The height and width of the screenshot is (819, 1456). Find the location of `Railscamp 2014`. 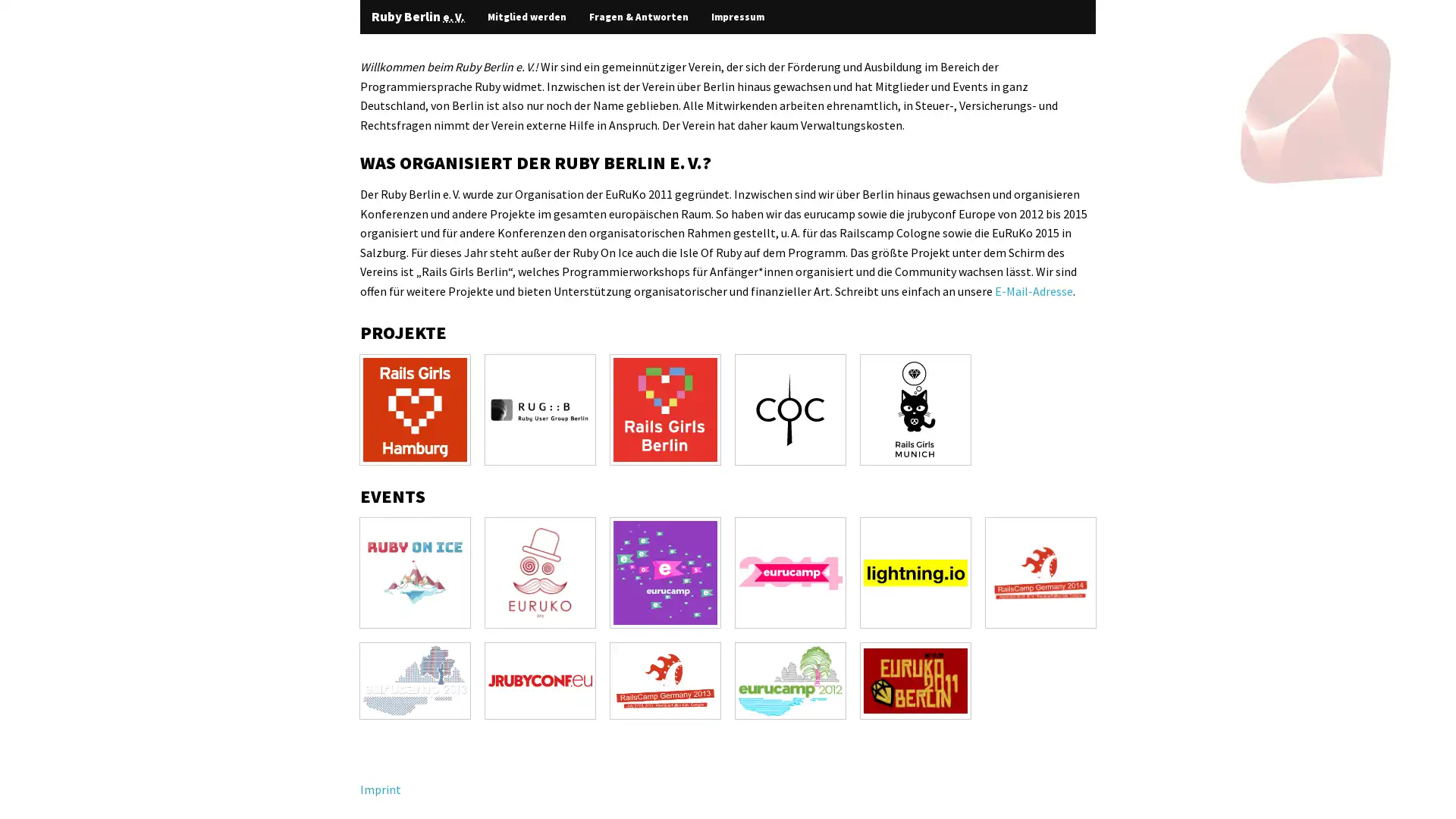

Railscamp 2014 is located at coordinates (1040, 573).